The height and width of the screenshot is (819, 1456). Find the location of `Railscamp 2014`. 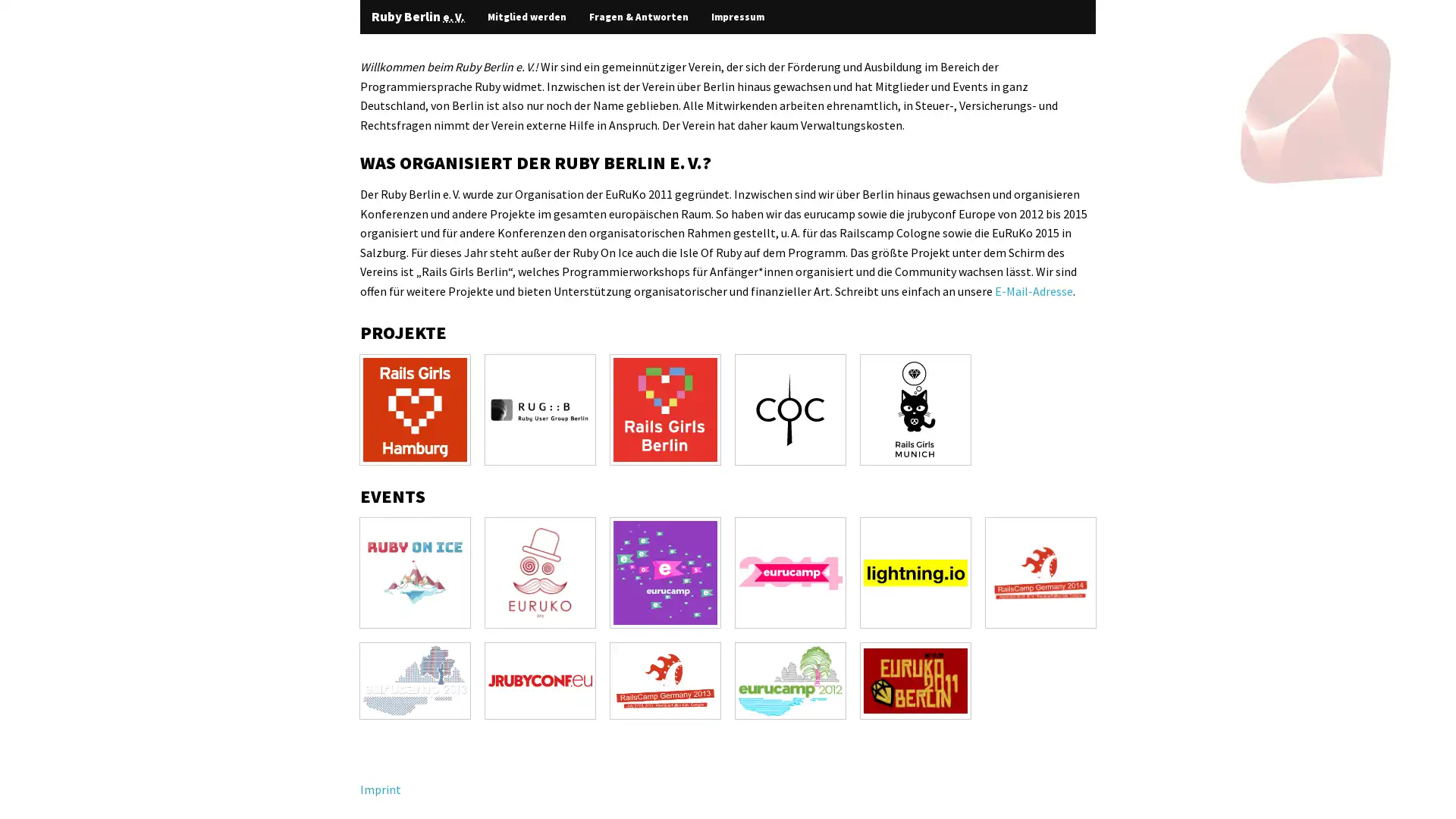

Railscamp 2014 is located at coordinates (1040, 573).